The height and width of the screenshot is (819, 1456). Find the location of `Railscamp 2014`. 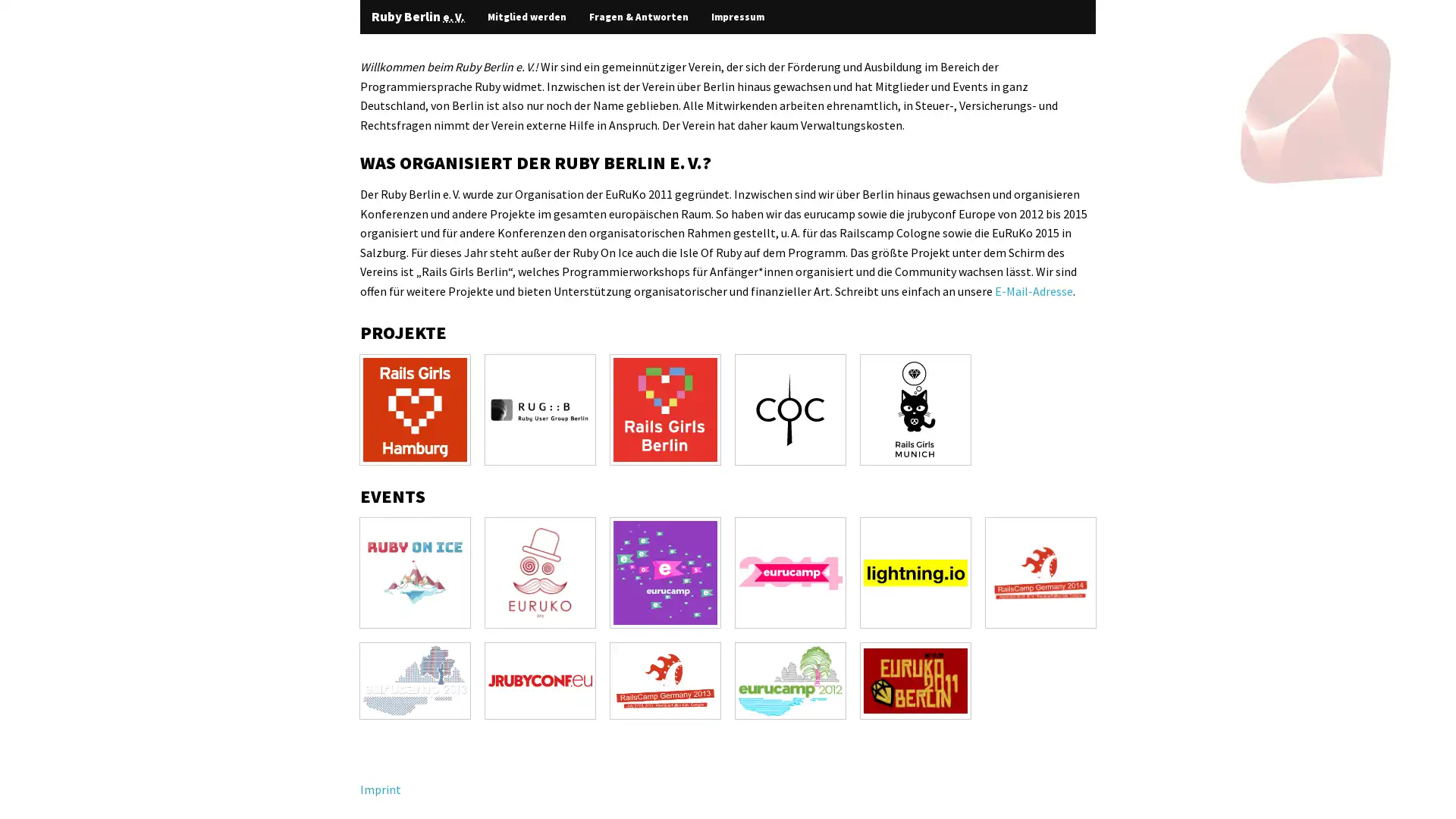

Railscamp 2014 is located at coordinates (1040, 573).